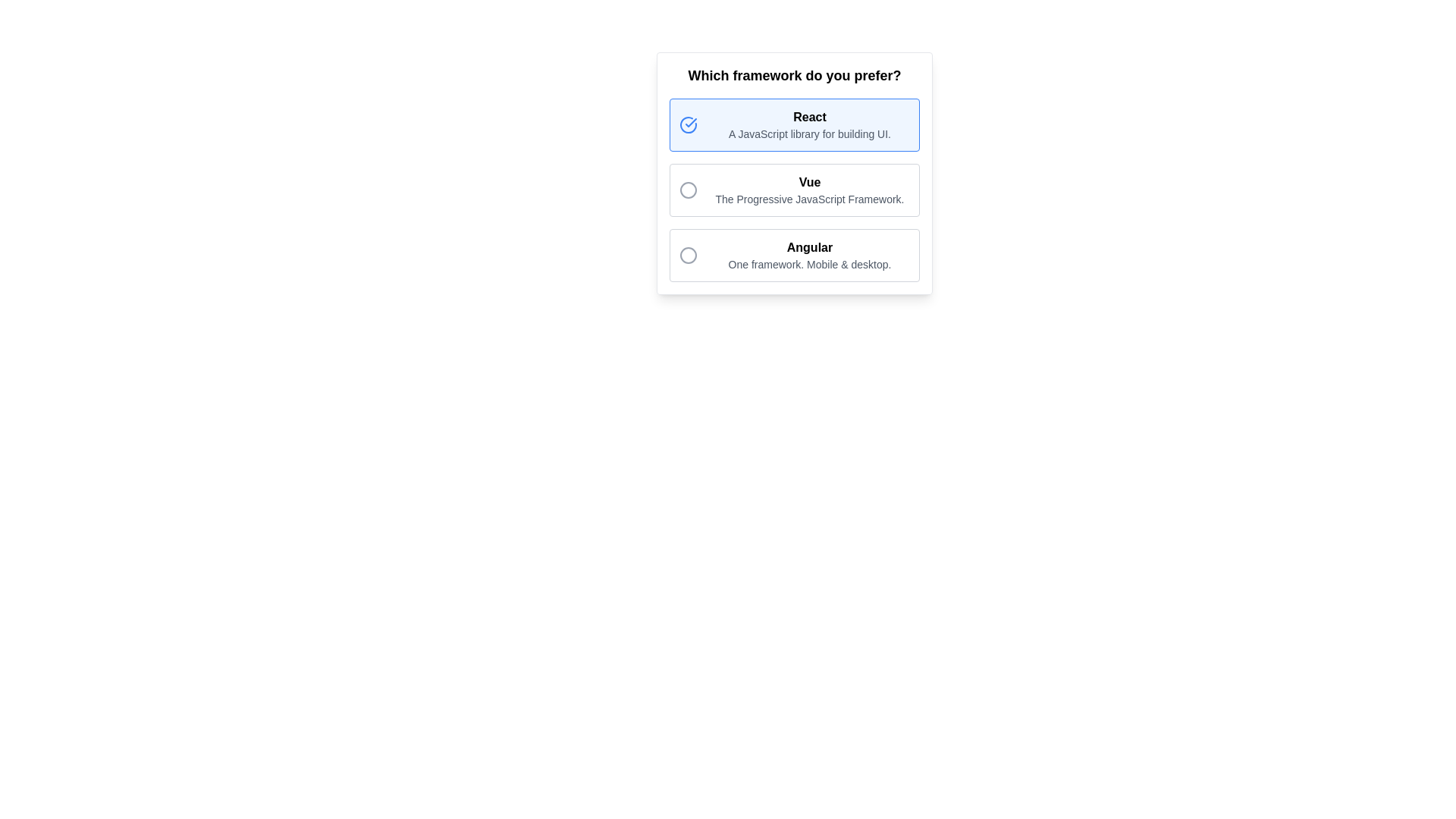  What do you see at coordinates (687, 189) in the screenshot?
I see `the circular outlined icon within the Vue button, which indicates a selection visually` at bounding box center [687, 189].